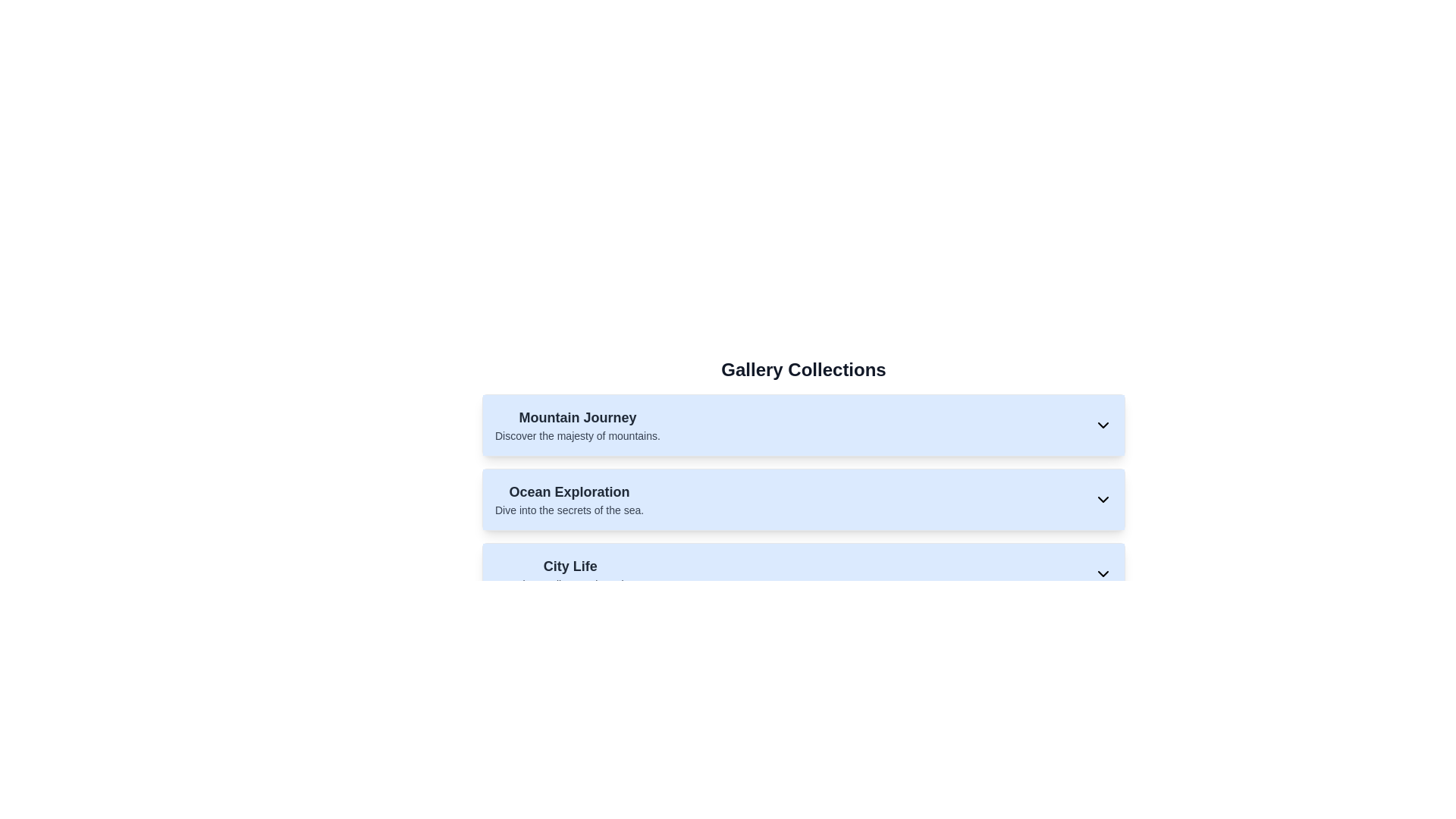 This screenshot has width=1456, height=819. What do you see at coordinates (569, 510) in the screenshot?
I see `the text element reading 'Dive into the secrets of the sea.' which is styled with a smaller font size and grey color, located below 'Ocean Exploration'` at bounding box center [569, 510].